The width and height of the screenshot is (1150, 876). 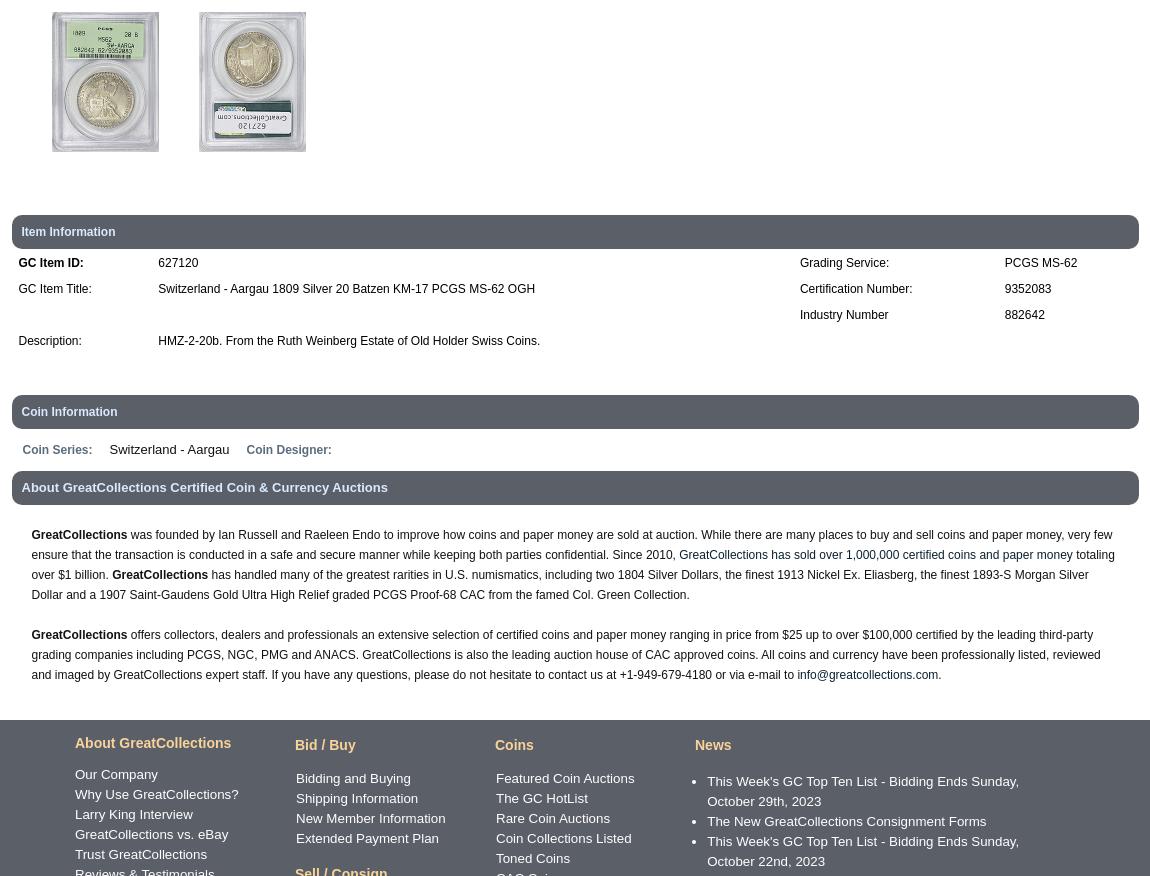 I want to click on 'HMZ-2-20b. From the Ruth Weinberg Estate of Old Holder Swiss Coins.', so click(x=157, y=340).